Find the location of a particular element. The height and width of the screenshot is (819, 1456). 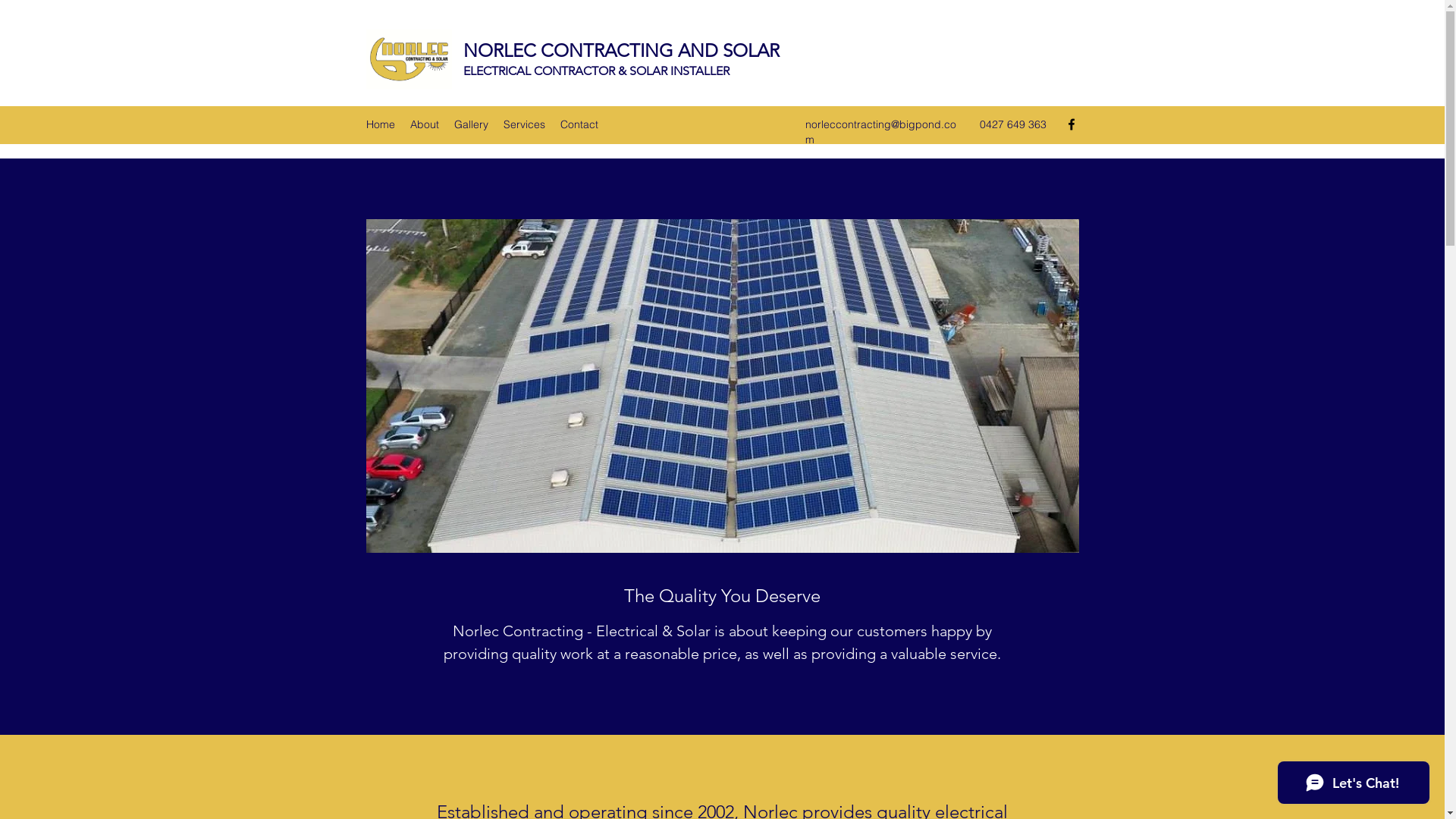

'Gallery' is located at coordinates (469, 124).